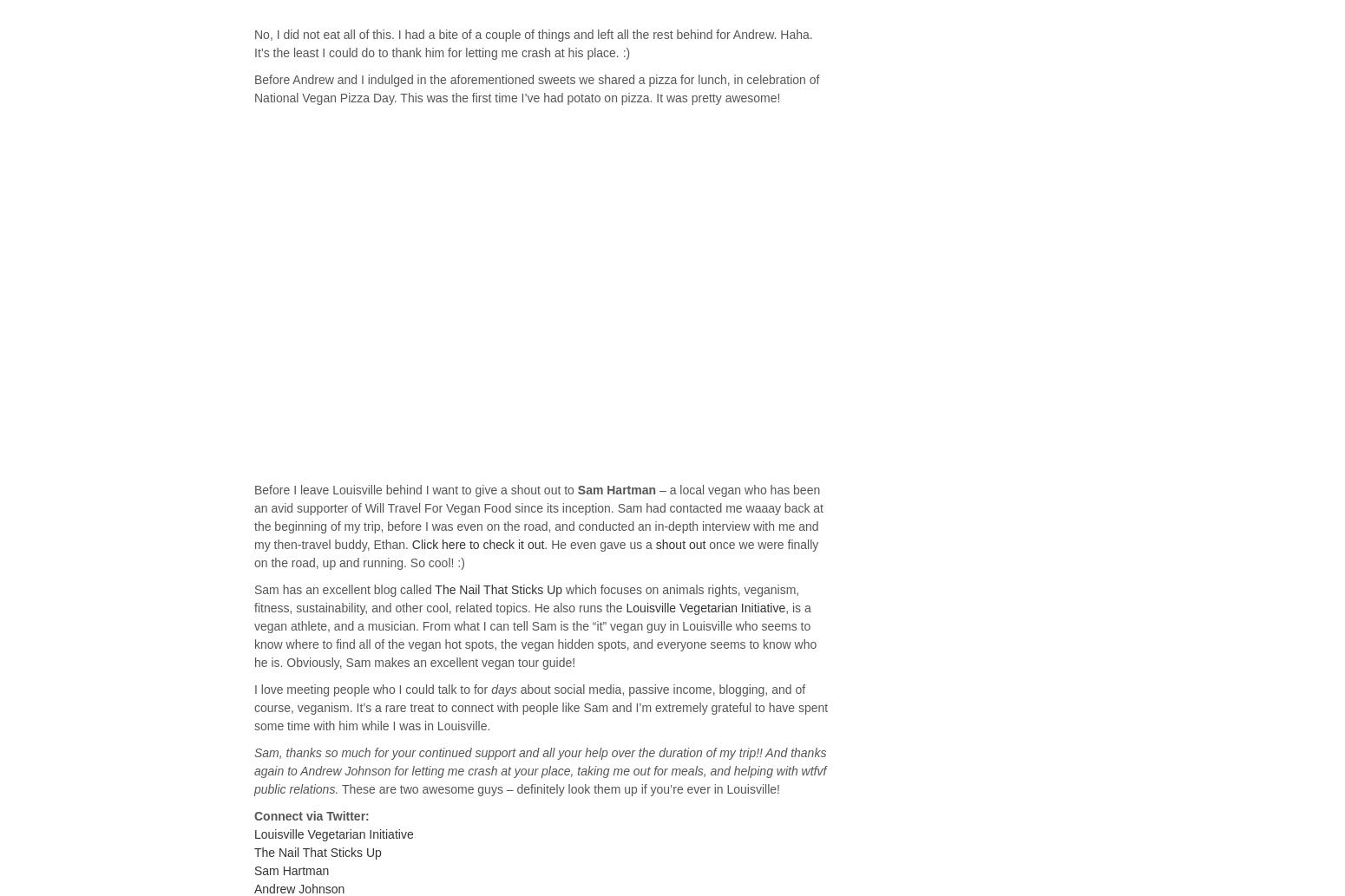 This screenshot has height=896, width=1345. I want to click on 'Click here to check it out', so click(410, 543).